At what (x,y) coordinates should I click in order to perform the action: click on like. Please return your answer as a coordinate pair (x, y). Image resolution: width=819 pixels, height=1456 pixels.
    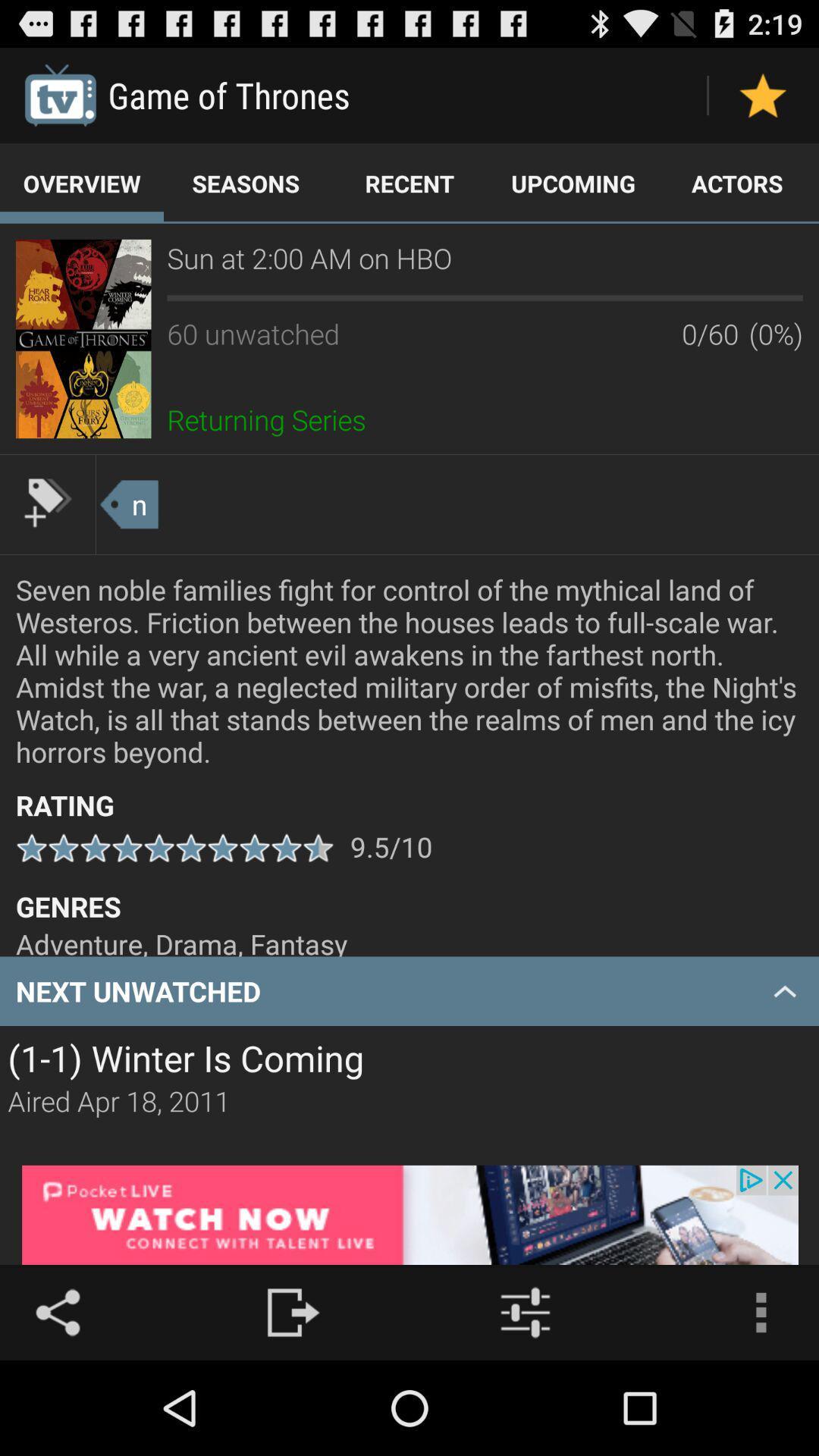
    Looking at the image, I should click on (763, 94).